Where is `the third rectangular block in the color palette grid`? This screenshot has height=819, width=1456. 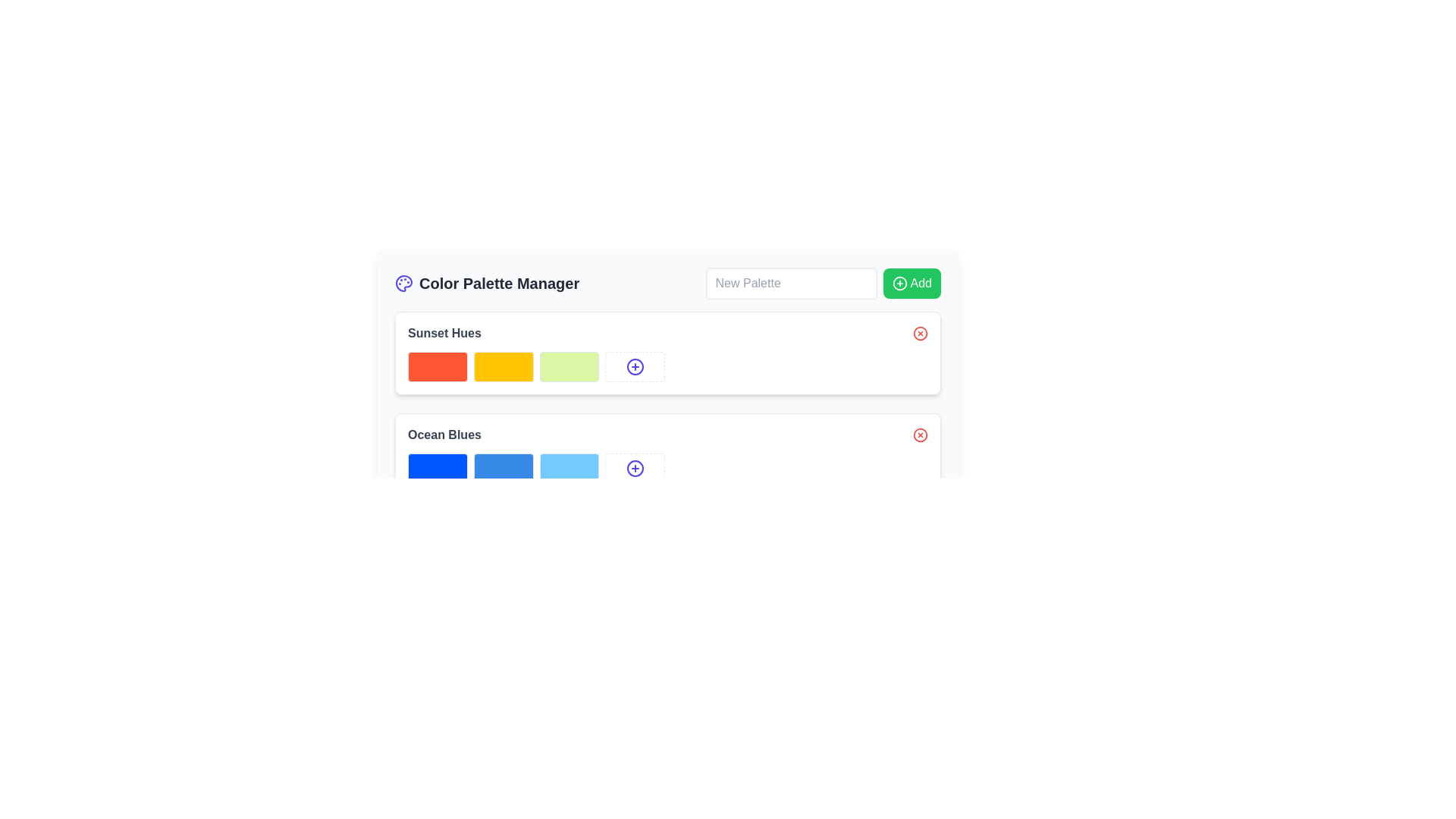
the third rectangular block in the color palette grid is located at coordinates (568, 366).